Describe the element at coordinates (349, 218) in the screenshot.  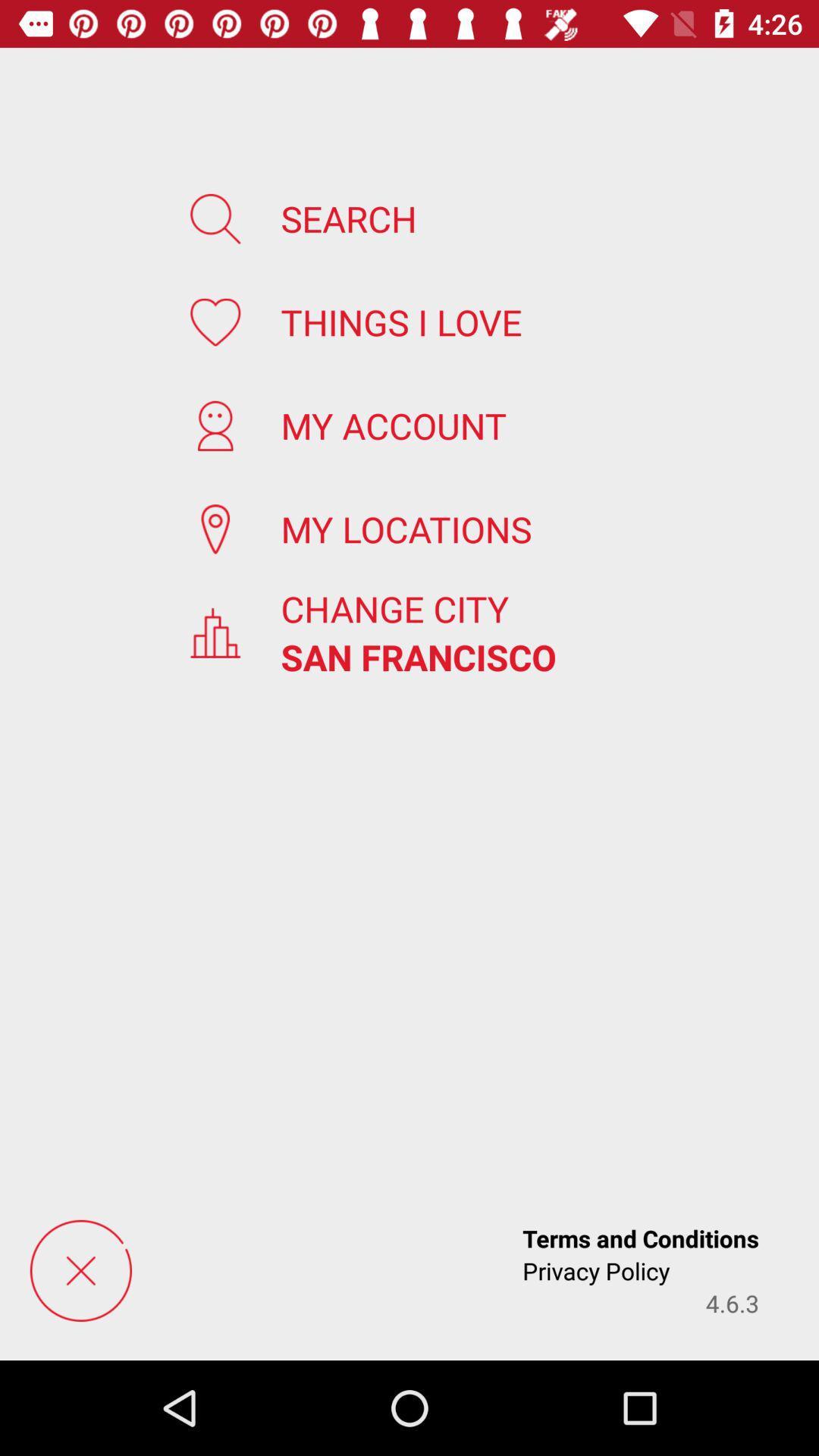
I see `search` at that location.